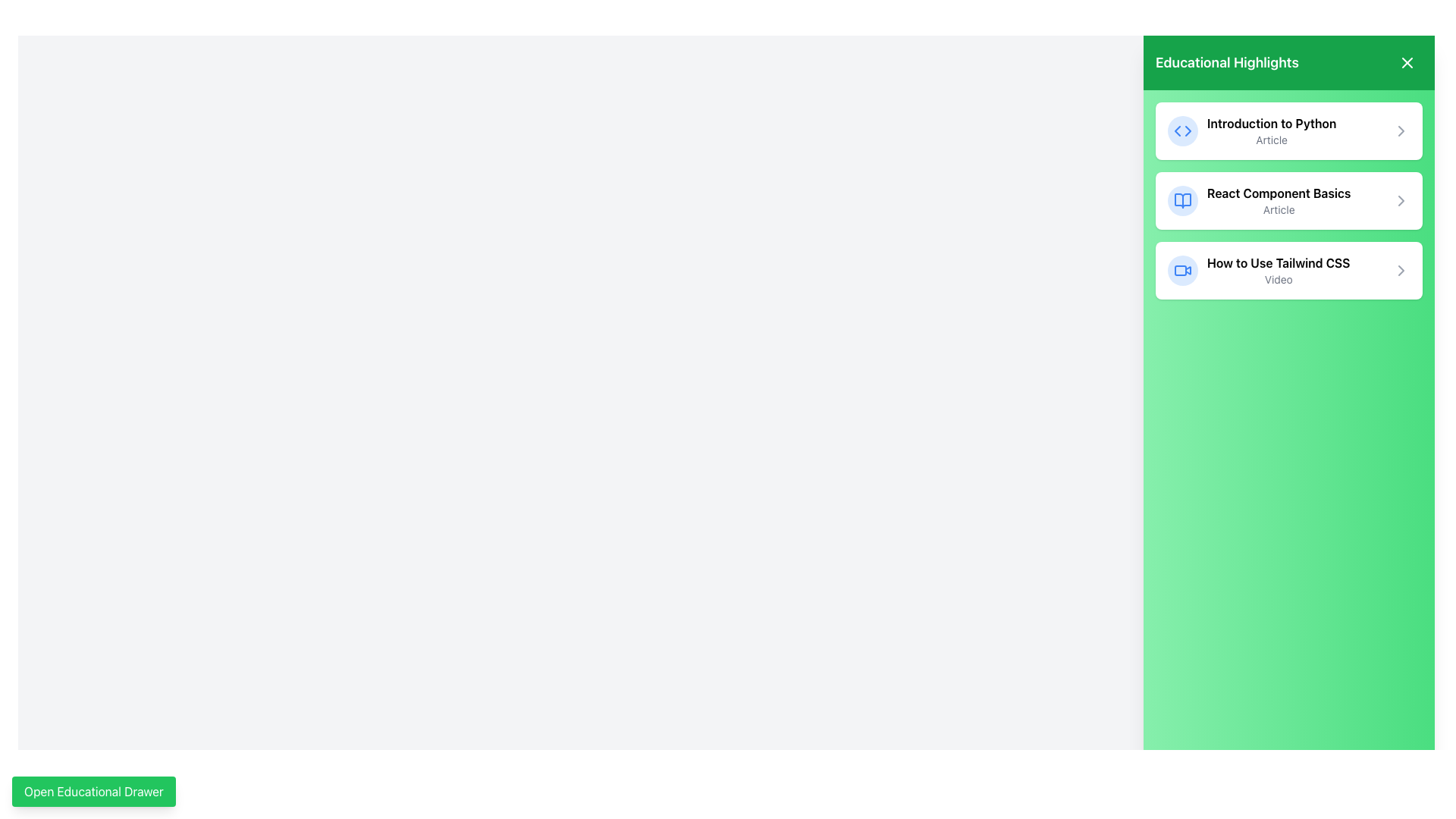 The height and width of the screenshot is (819, 1456). Describe the element at coordinates (1407, 62) in the screenshot. I see `the 'X' shaped close button in the upper right corner of the green rectangle titled 'Educational Highlights'` at that location.